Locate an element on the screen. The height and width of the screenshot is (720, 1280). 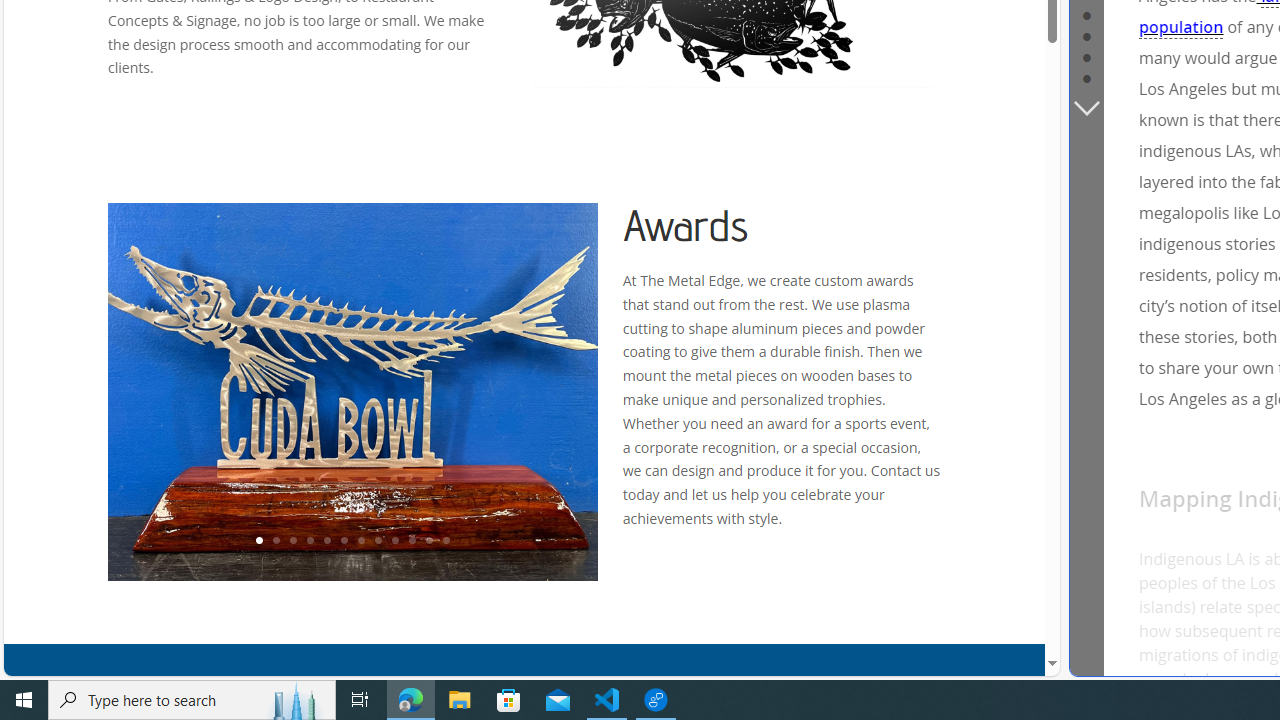
'11' is located at coordinates (427, 541).